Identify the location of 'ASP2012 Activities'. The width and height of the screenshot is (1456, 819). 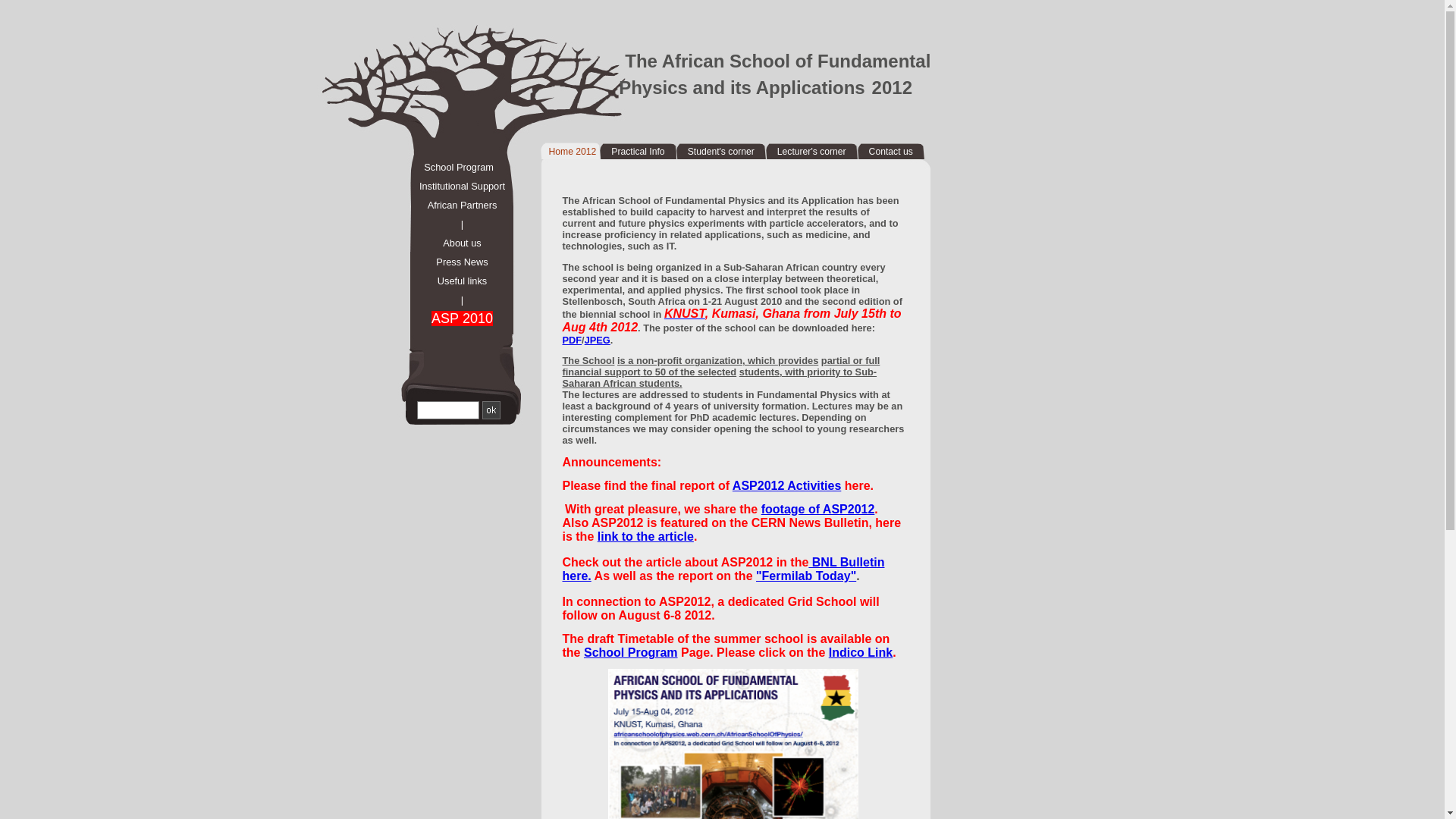
(732, 485).